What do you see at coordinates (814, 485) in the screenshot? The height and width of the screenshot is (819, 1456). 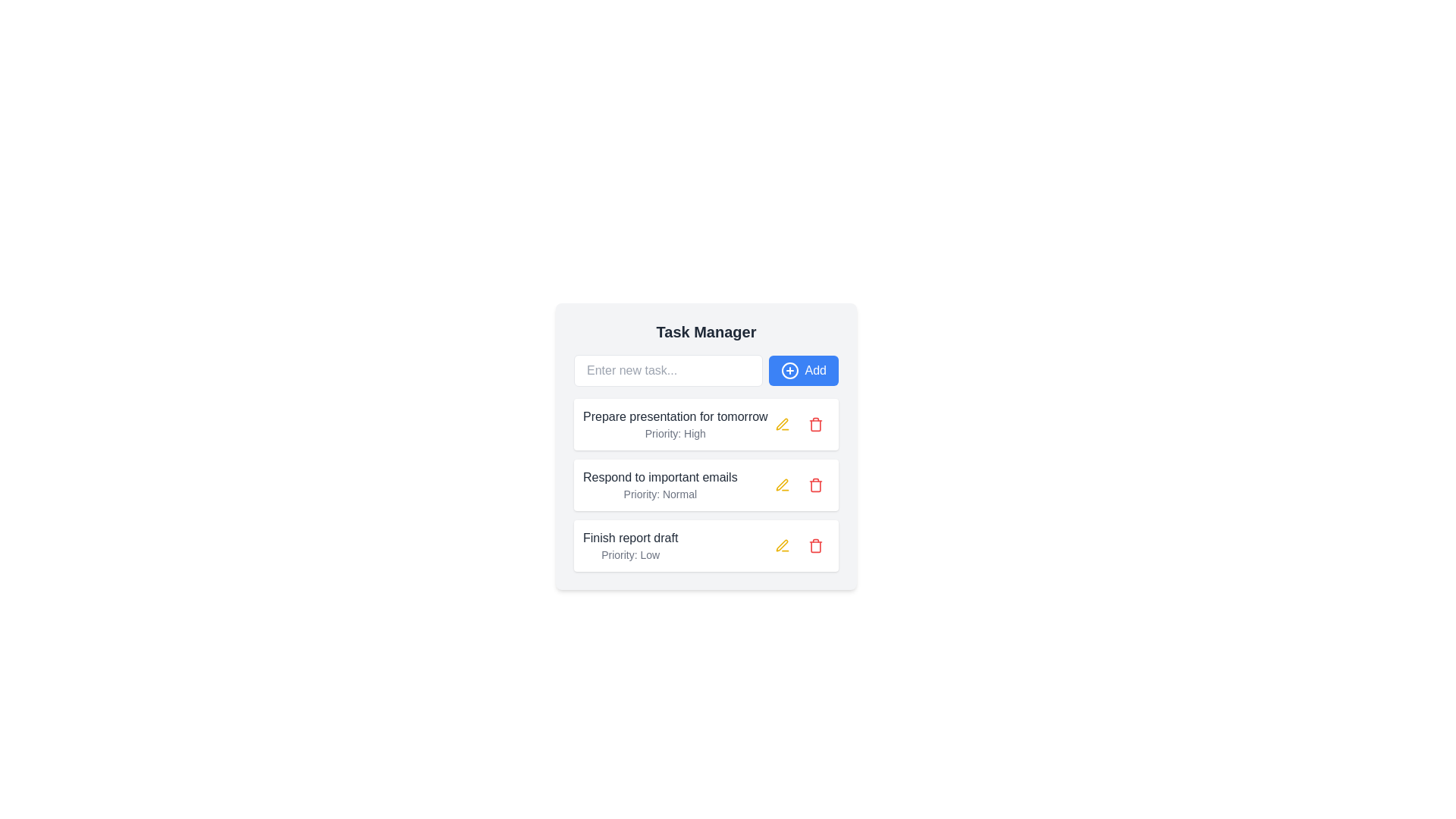 I see `the rounded rectangle outline of the trash bin in the SVG graphic, which represents the delete button in the task list` at bounding box center [814, 485].